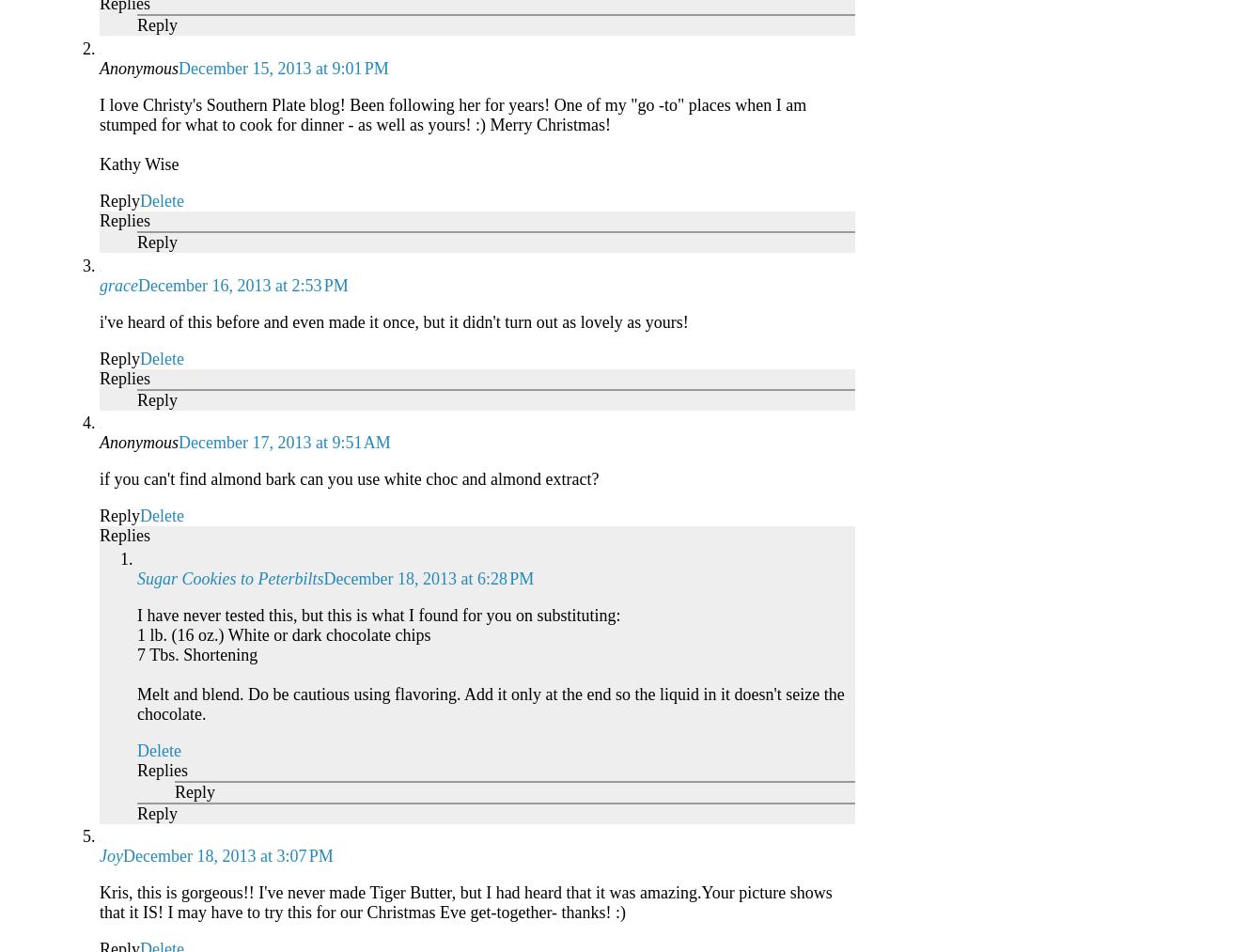 The width and height of the screenshot is (1248, 952). What do you see at coordinates (117, 283) in the screenshot?
I see `'grace'` at bounding box center [117, 283].